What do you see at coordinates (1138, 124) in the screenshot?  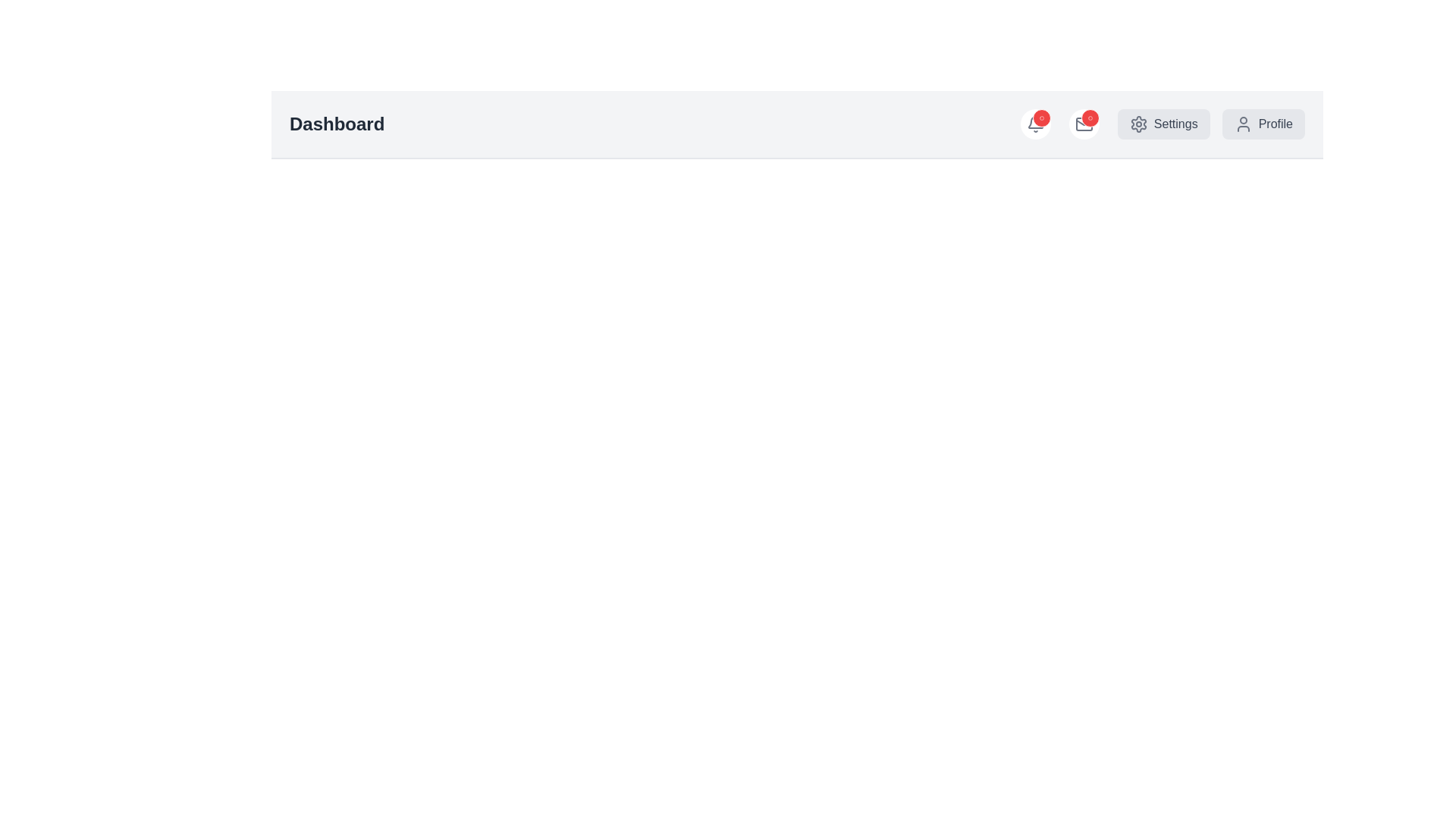 I see `the gear icon for settings` at bounding box center [1138, 124].